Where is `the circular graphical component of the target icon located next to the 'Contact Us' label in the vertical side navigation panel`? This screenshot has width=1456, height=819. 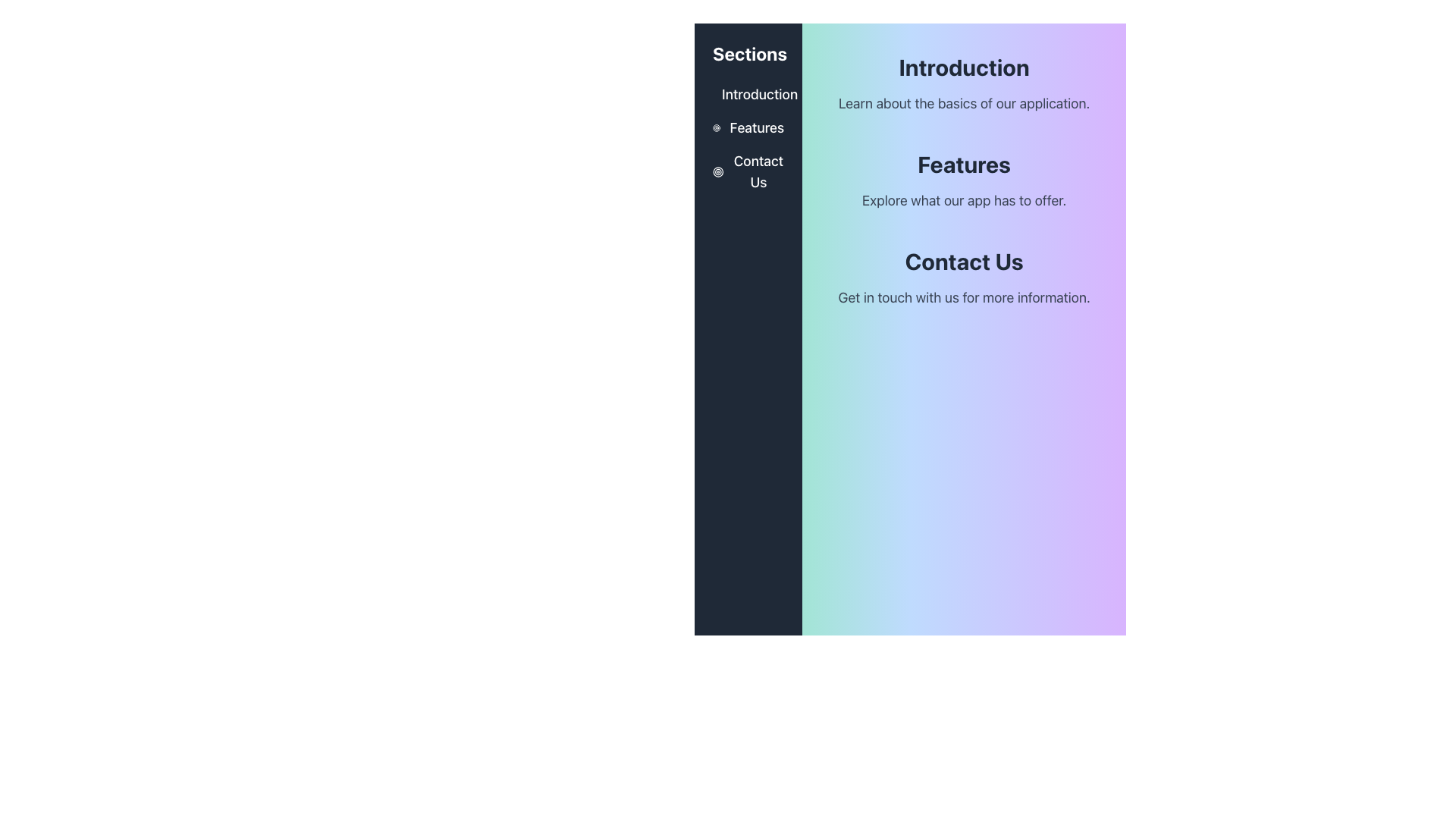 the circular graphical component of the target icon located next to the 'Contact Us' label in the vertical side navigation panel is located at coordinates (717, 171).